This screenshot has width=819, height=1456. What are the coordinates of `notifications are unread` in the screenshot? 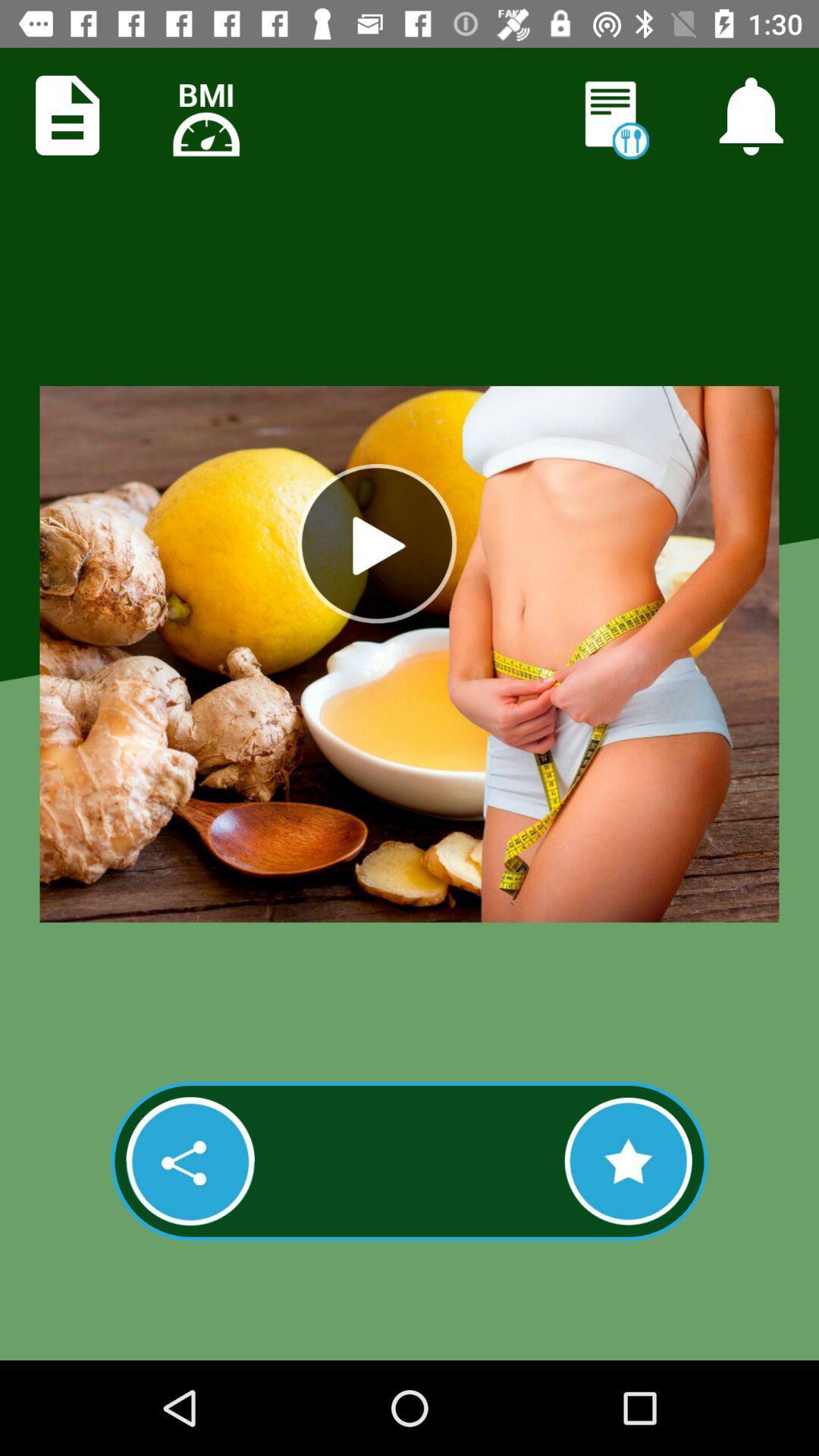 It's located at (613, 116).